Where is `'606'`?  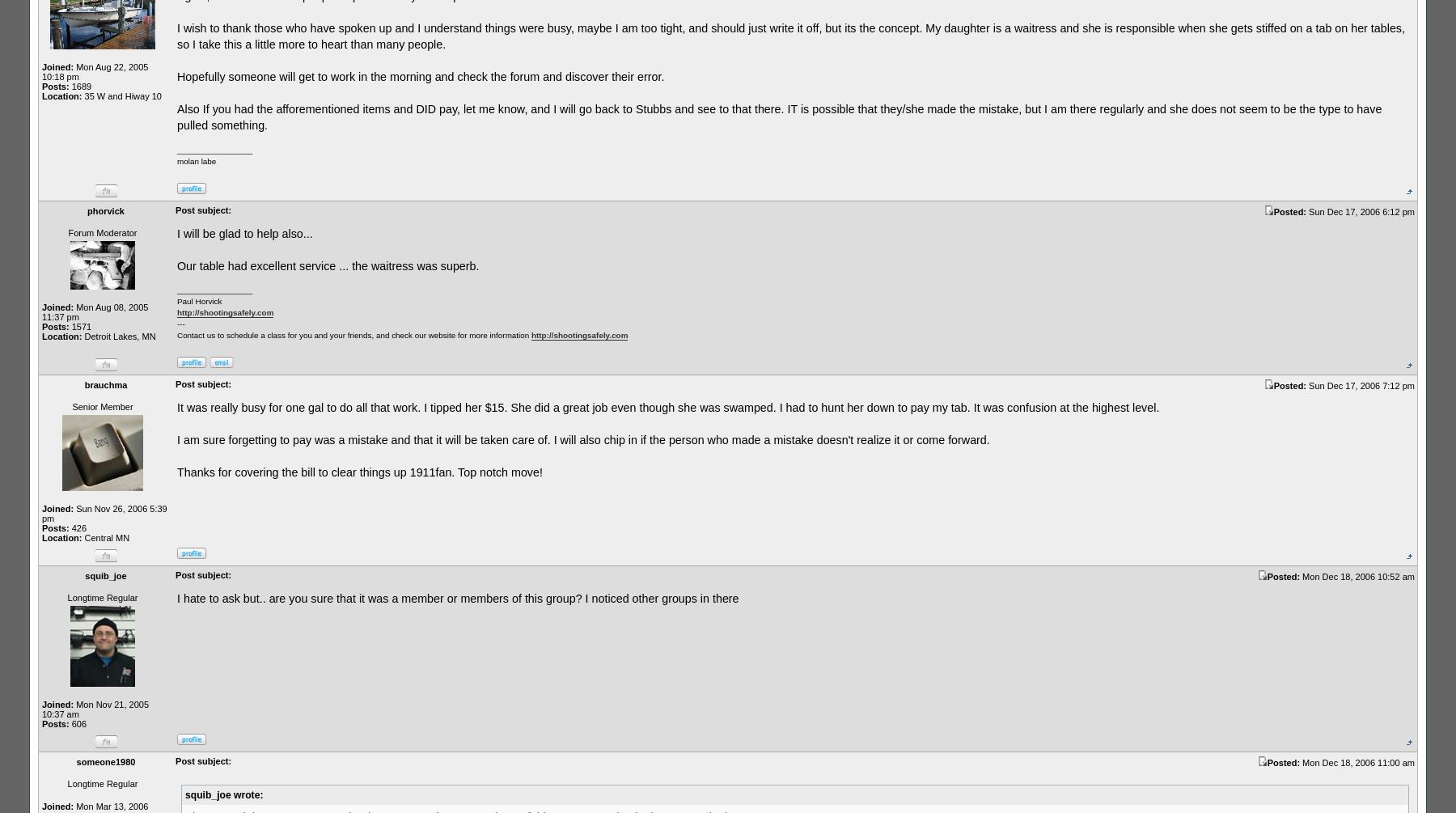 '606' is located at coordinates (76, 722).